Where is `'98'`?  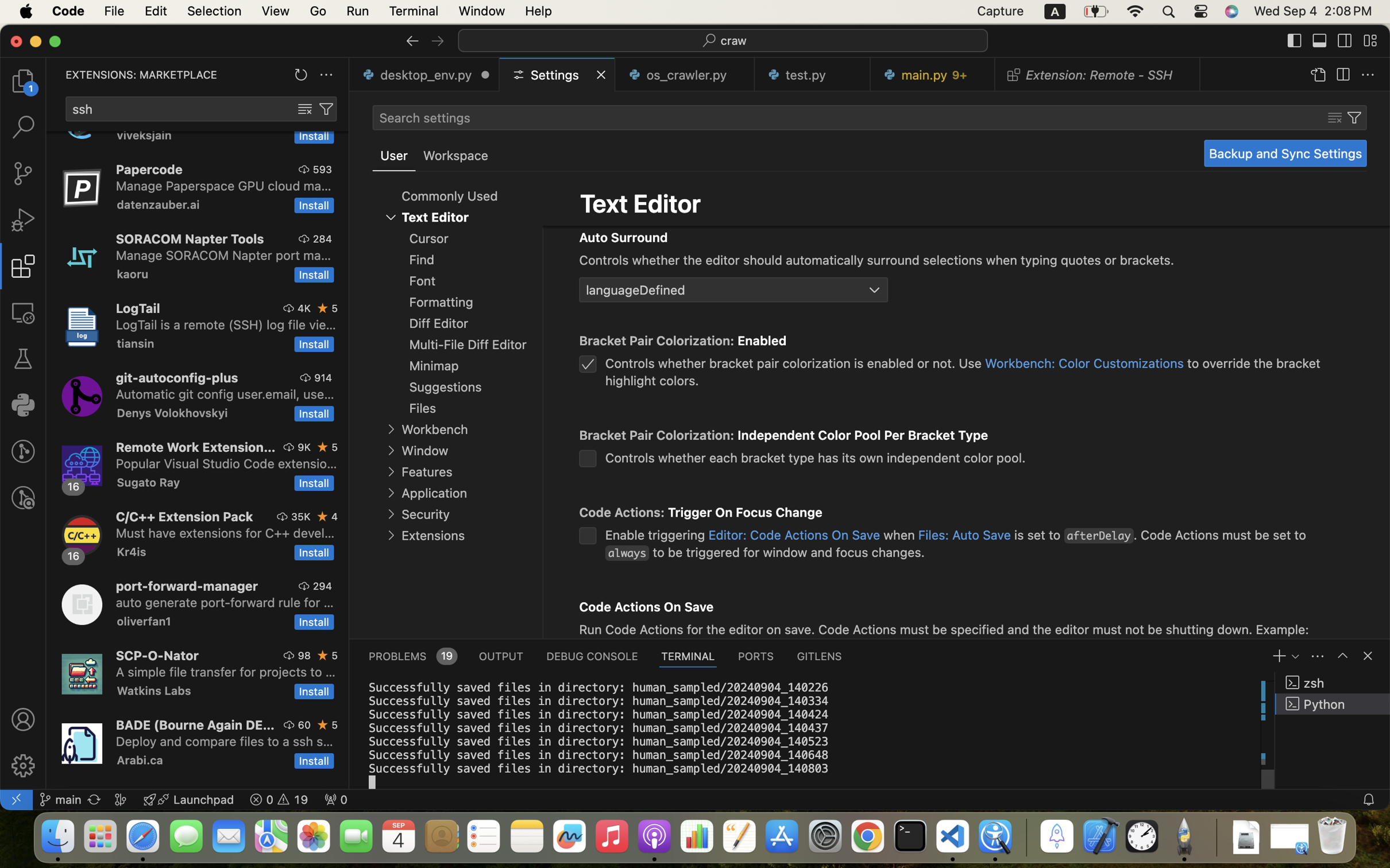
'98' is located at coordinates (304, 655).